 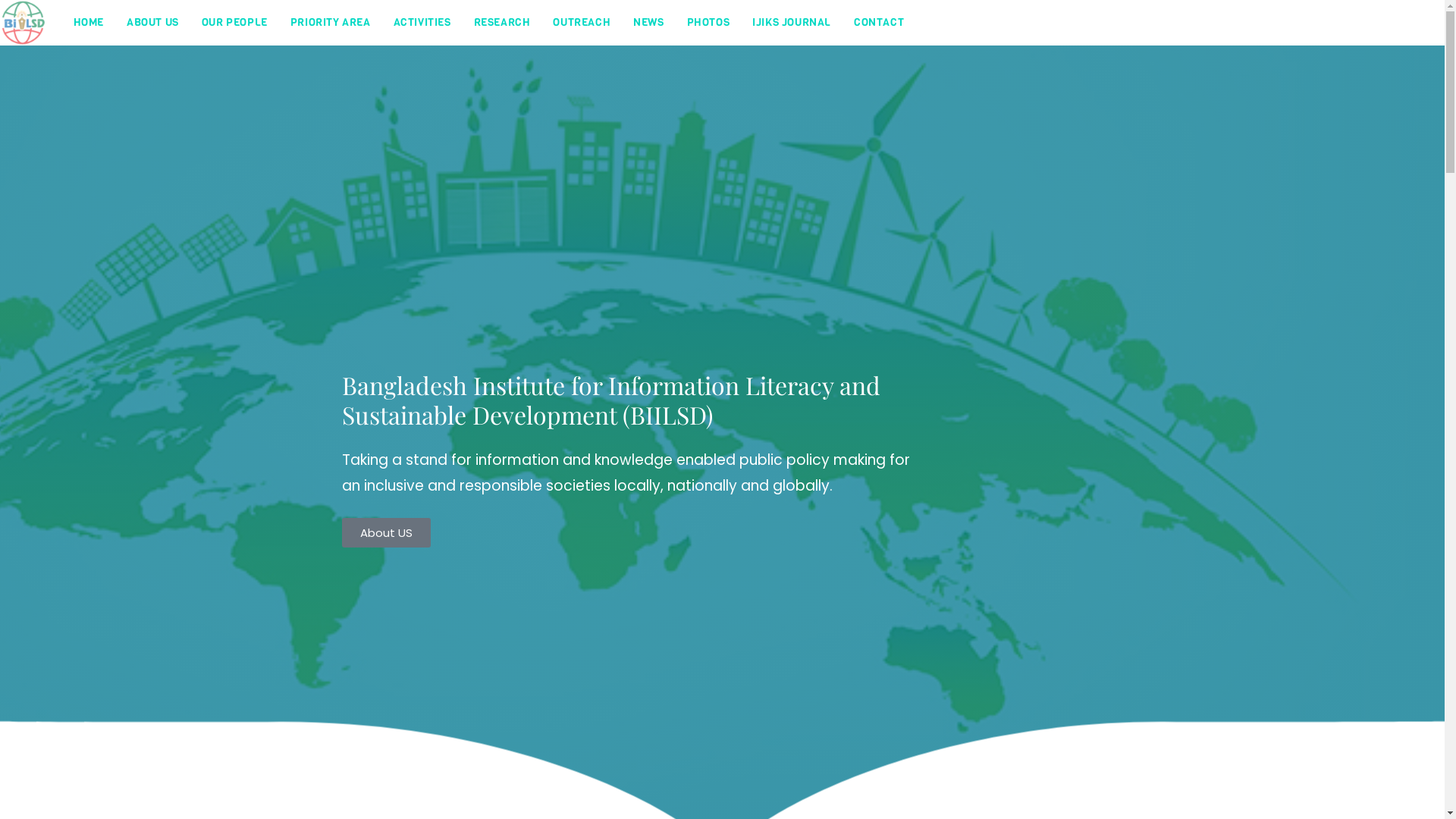 What do you see at coordinates (878, 23) in the screenshot?
I see `'CONTACT'` at bounding box center [878, 23].